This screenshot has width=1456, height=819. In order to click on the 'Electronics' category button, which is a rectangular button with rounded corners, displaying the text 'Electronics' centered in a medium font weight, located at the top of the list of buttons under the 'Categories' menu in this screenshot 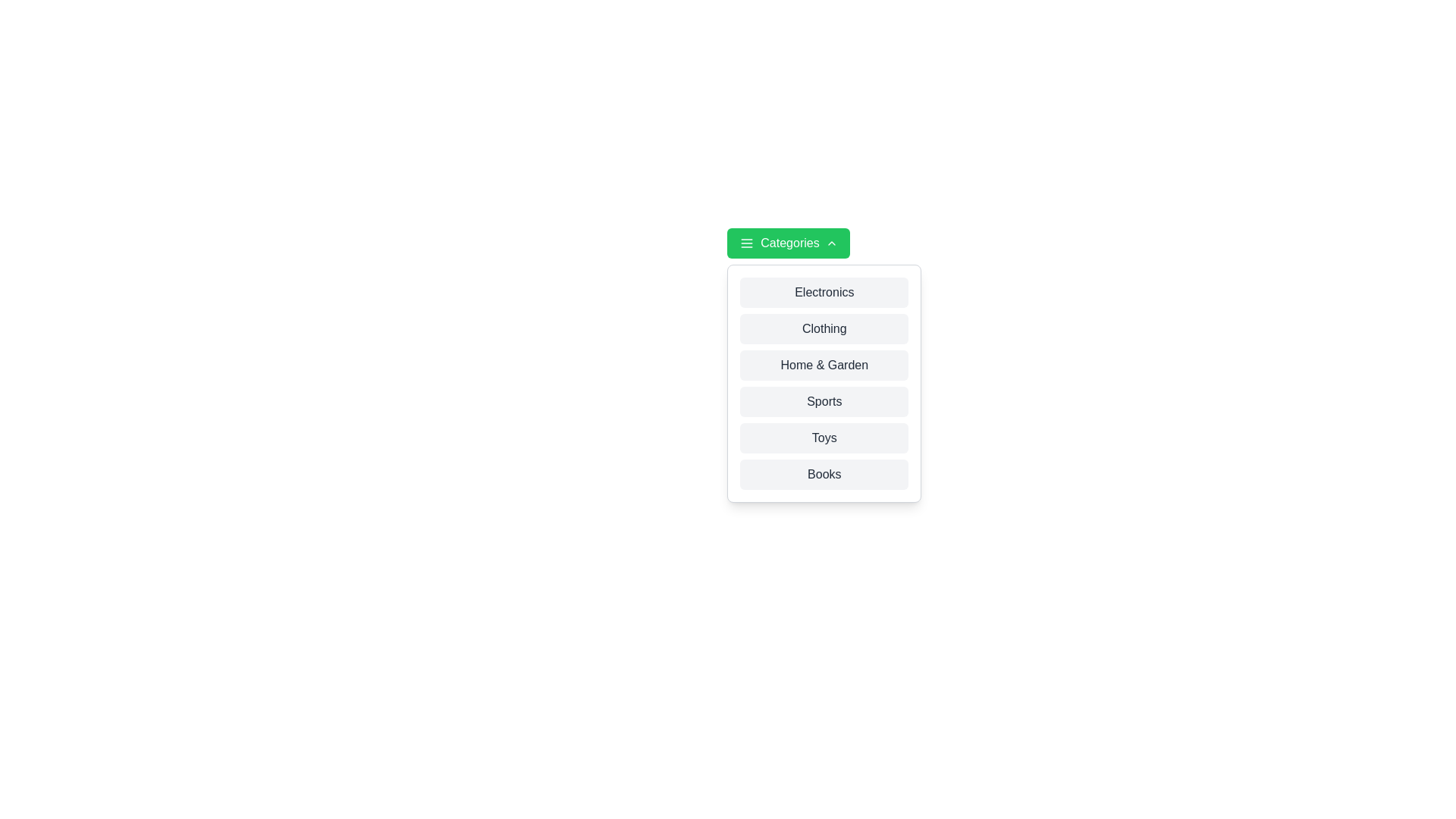, I will do `click(823, 292)`.